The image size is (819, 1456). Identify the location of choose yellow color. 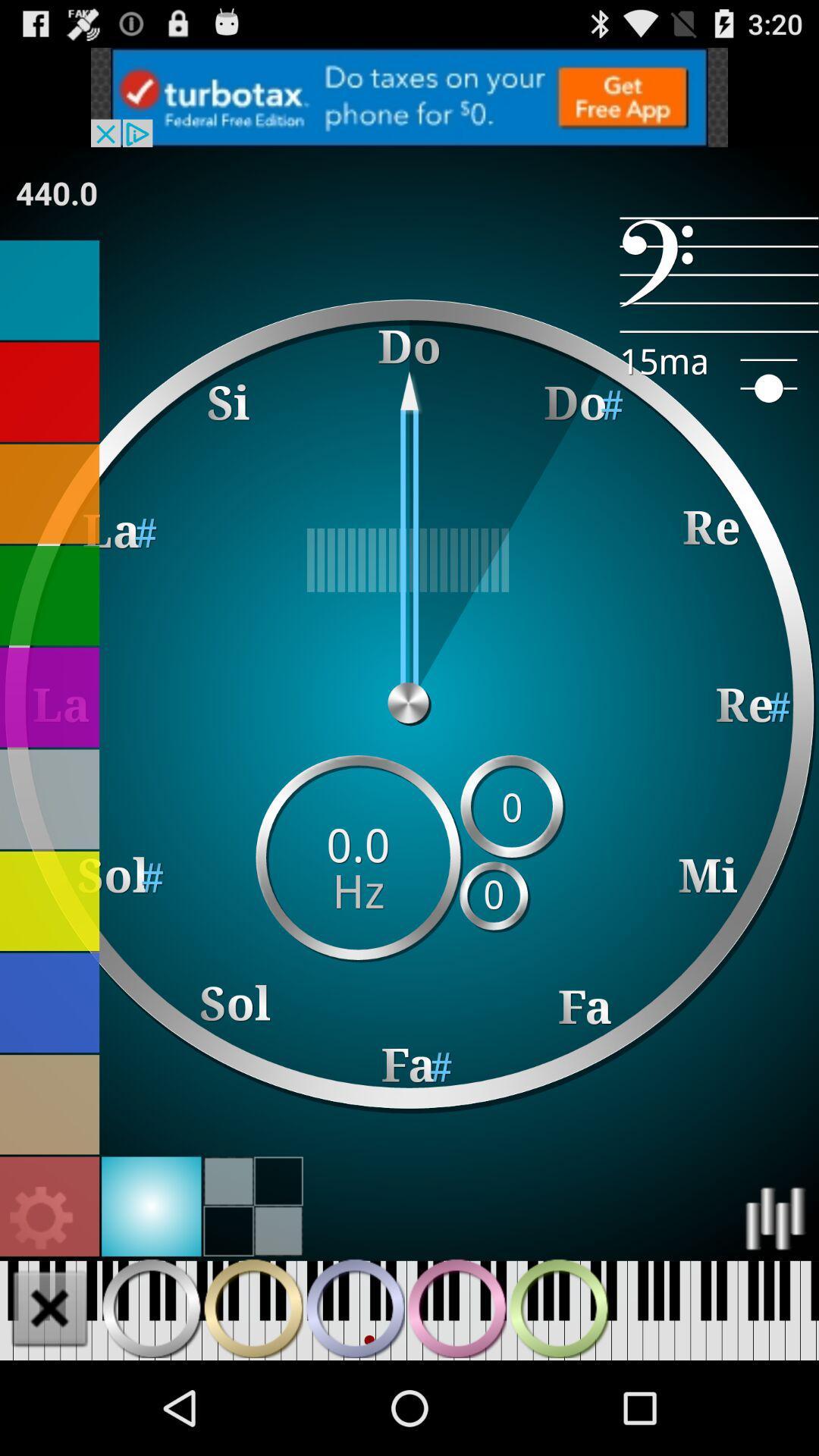
(49, 901).